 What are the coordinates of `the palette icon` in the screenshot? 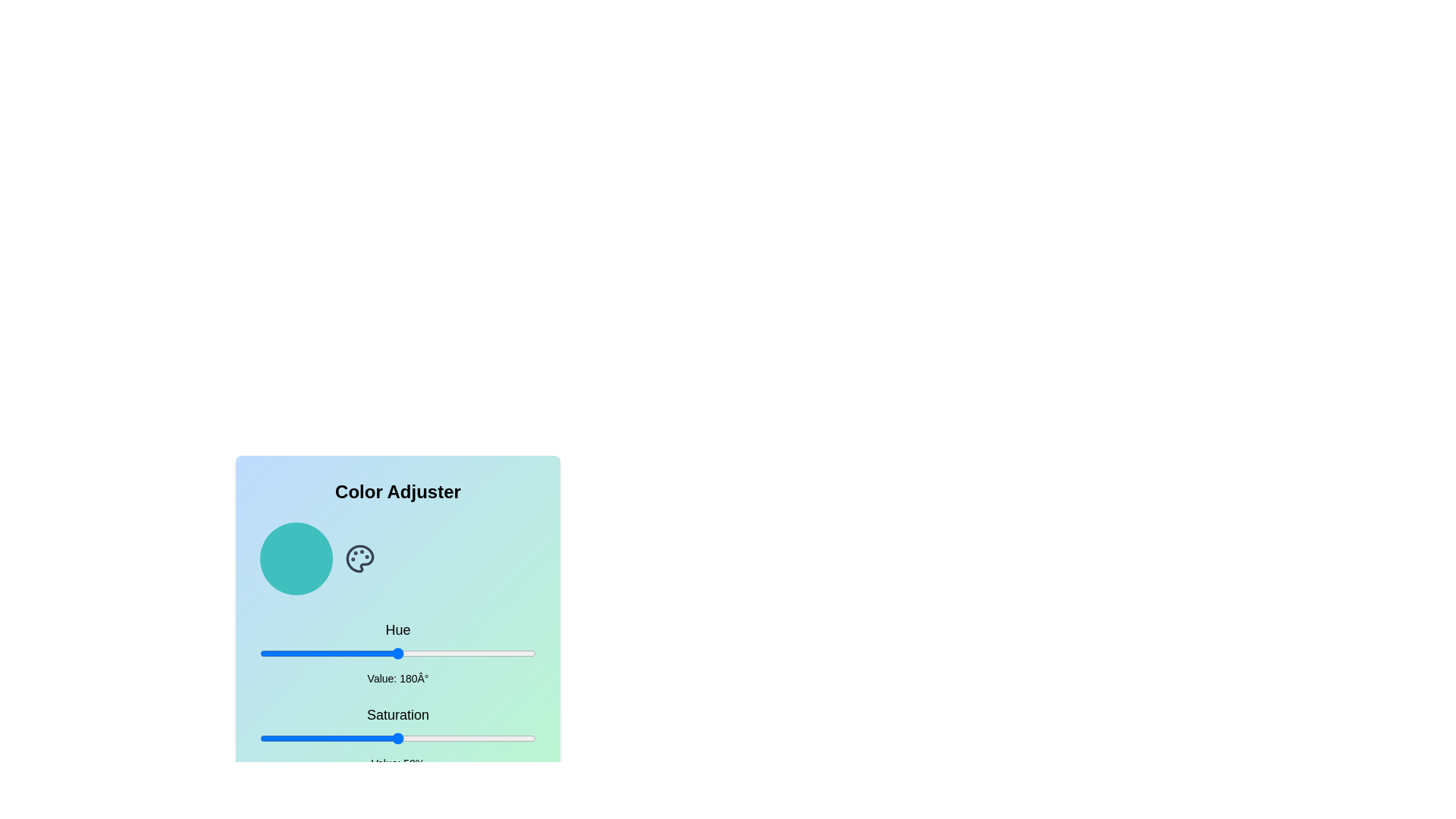 It's located at (359, 558).